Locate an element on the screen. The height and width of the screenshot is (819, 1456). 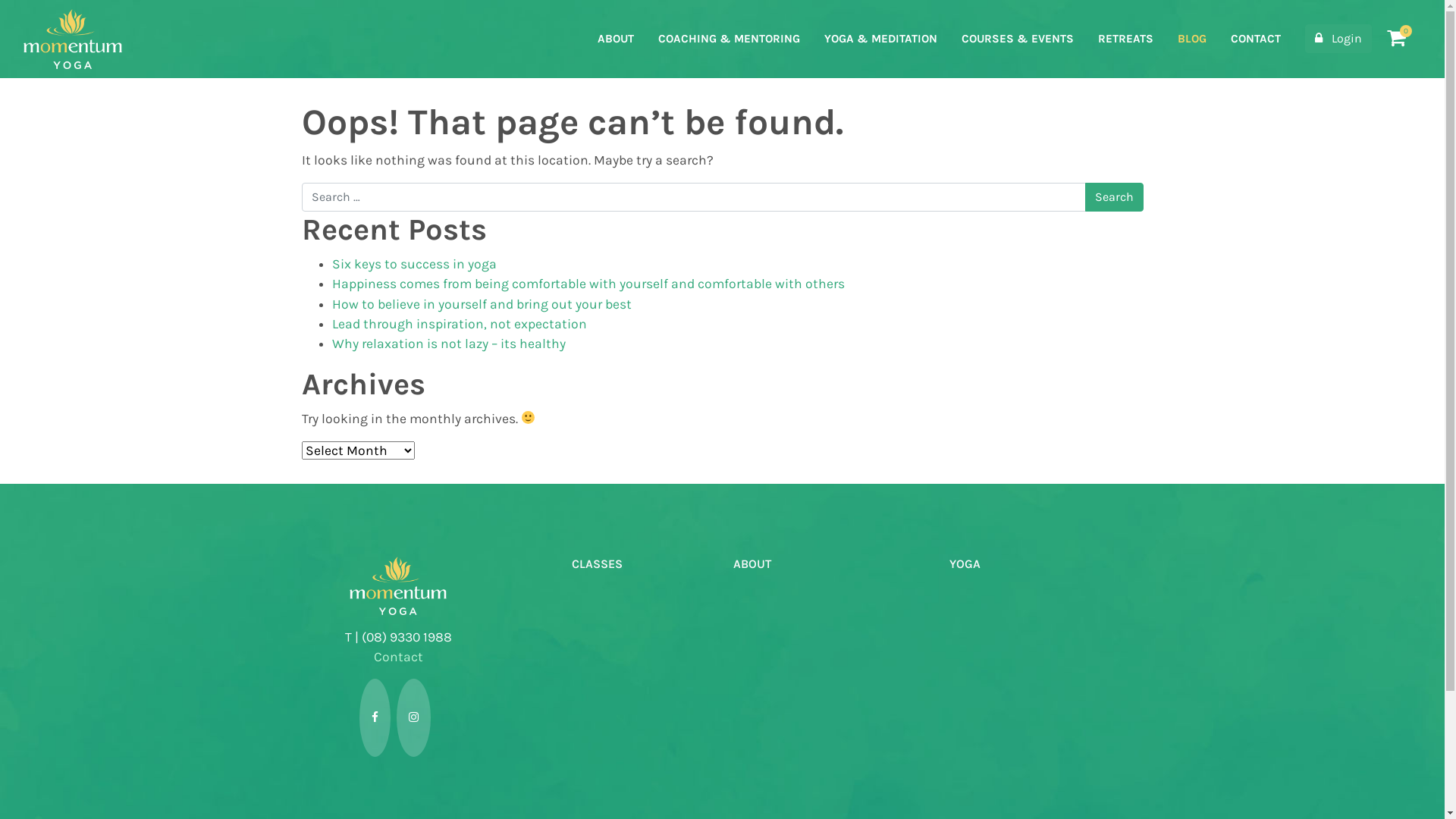
'RETREATS' is located at coordinates (1125, 38).